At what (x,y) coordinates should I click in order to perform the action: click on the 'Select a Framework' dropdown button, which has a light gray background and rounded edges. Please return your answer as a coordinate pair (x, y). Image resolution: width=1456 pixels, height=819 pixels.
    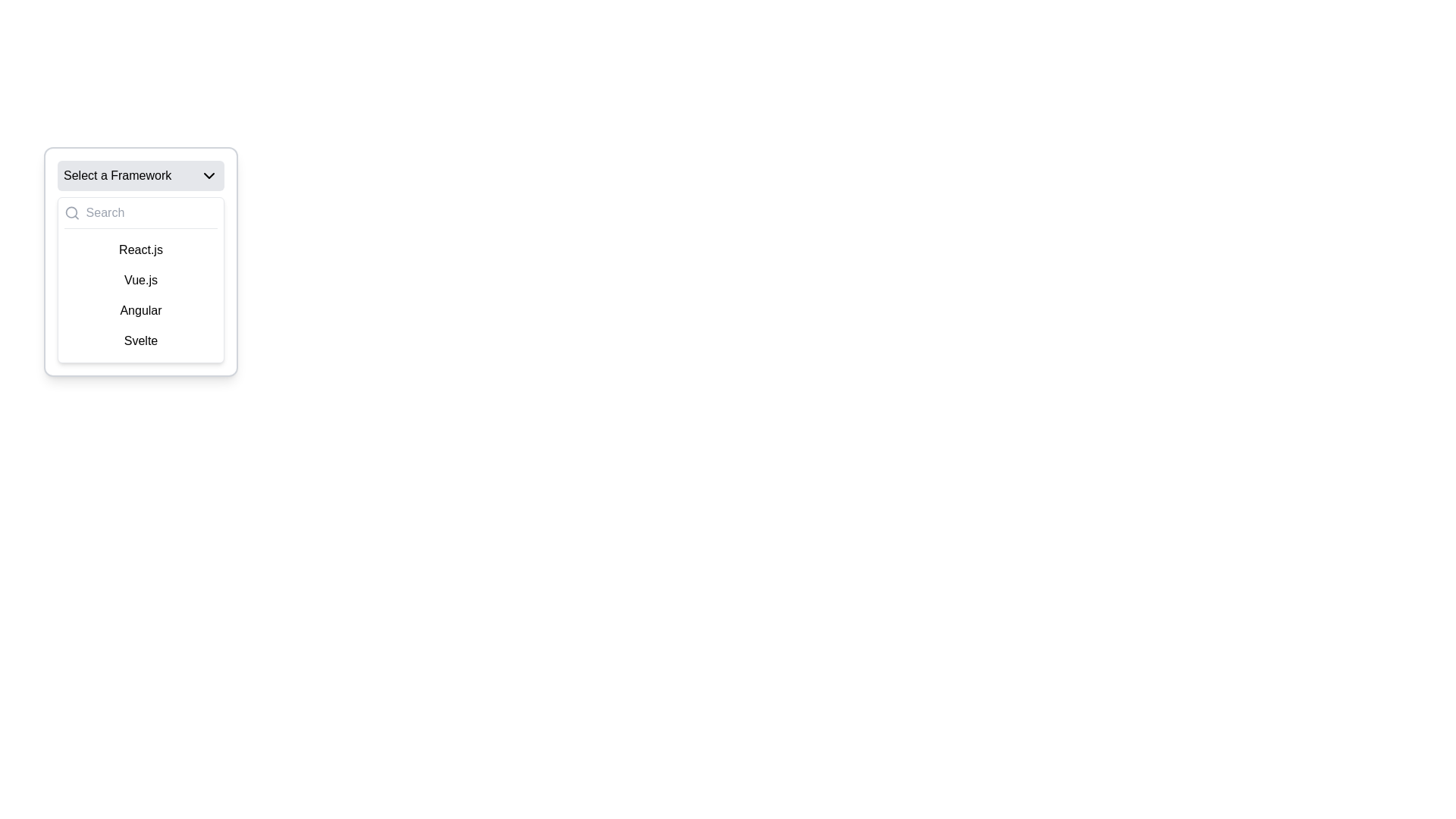
    Looking at the image, I should click on (141, 174).